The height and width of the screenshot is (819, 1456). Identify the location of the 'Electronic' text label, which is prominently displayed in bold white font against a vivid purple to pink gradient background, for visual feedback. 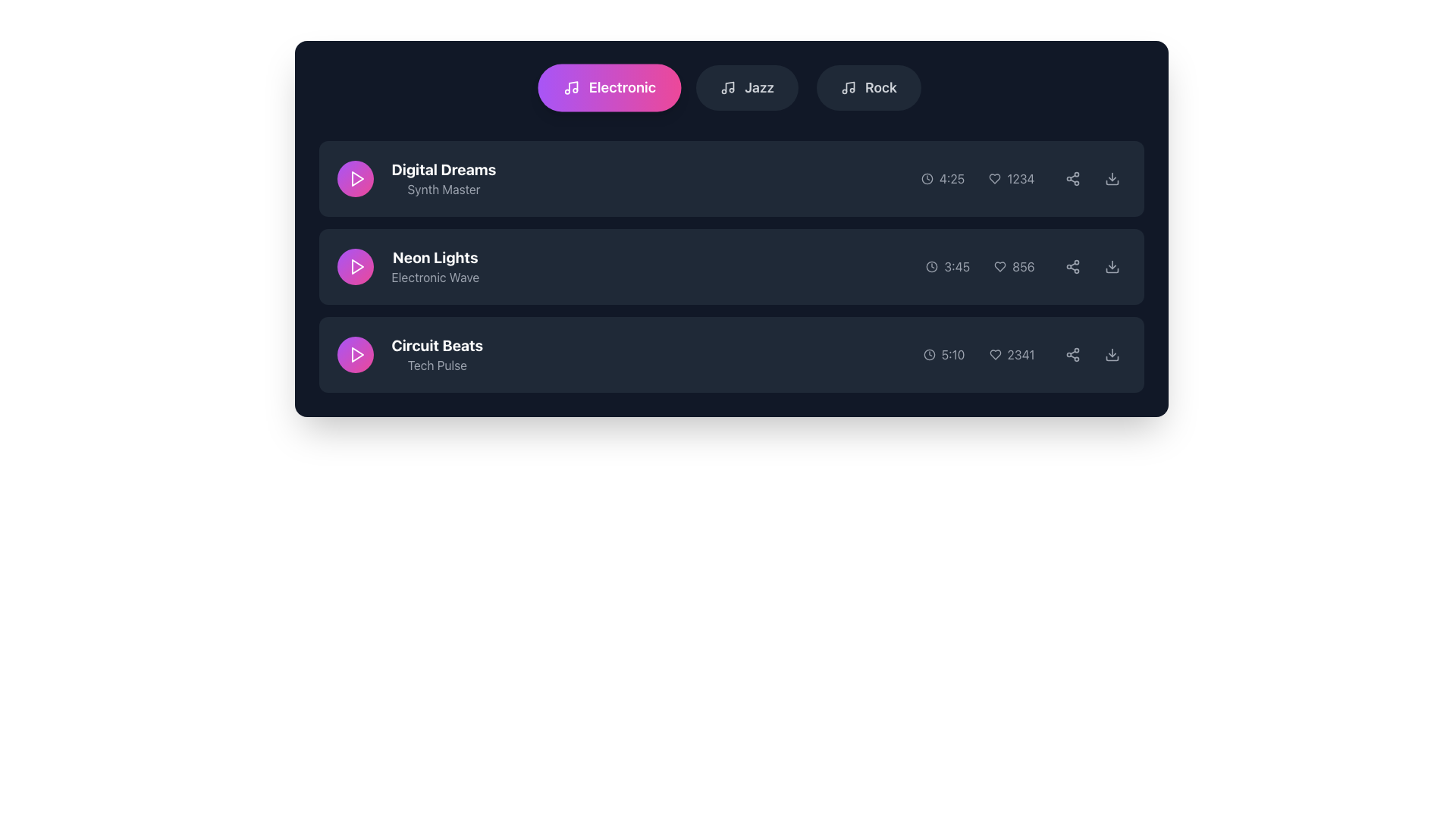
(622, 87).